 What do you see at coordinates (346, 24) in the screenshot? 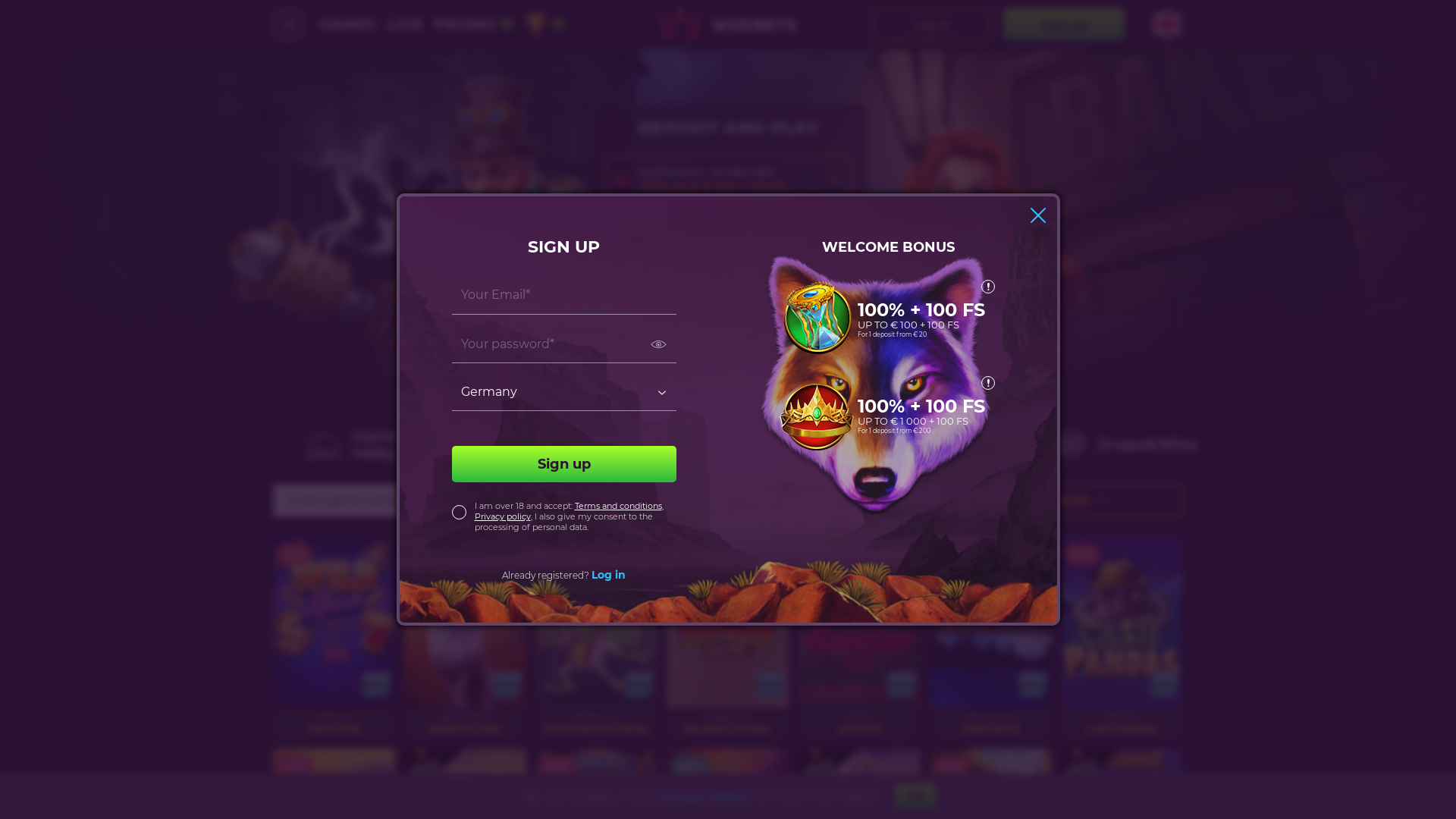
I see `'GAMES'` at bounding box center [346, 24].